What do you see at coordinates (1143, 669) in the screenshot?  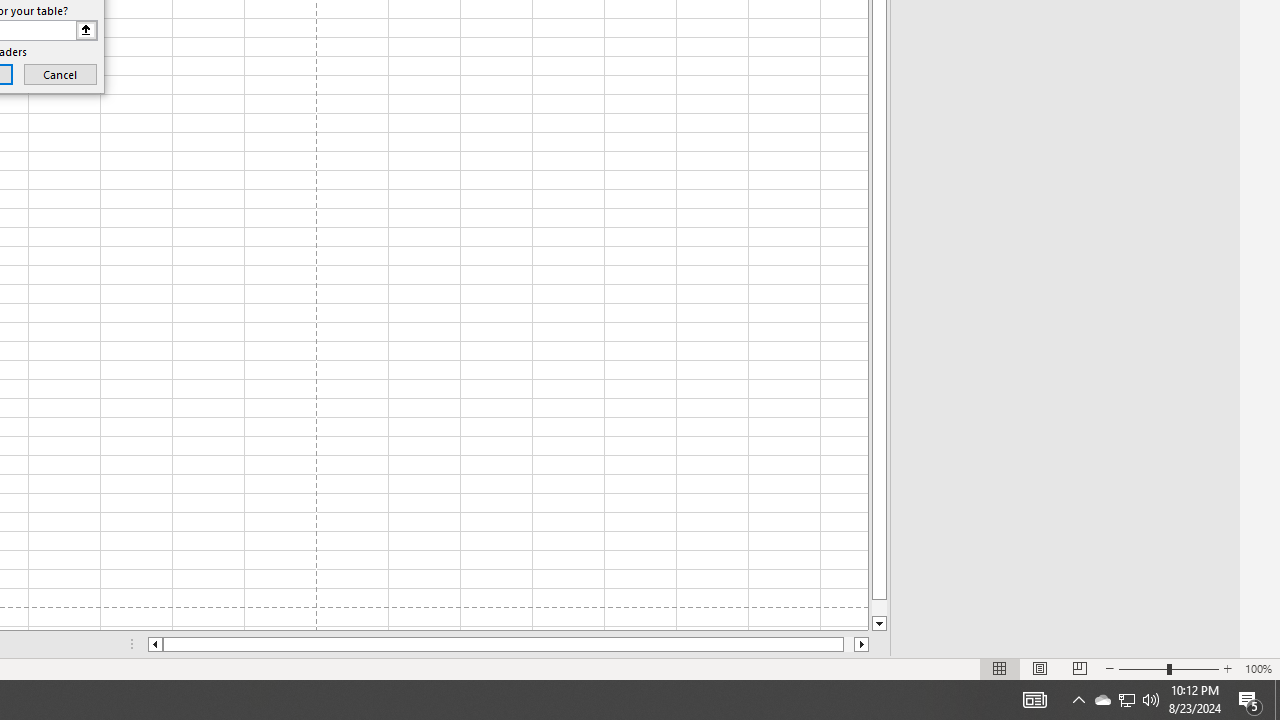 I see `'Zoom Out'` at bounding box center [1143, 669].